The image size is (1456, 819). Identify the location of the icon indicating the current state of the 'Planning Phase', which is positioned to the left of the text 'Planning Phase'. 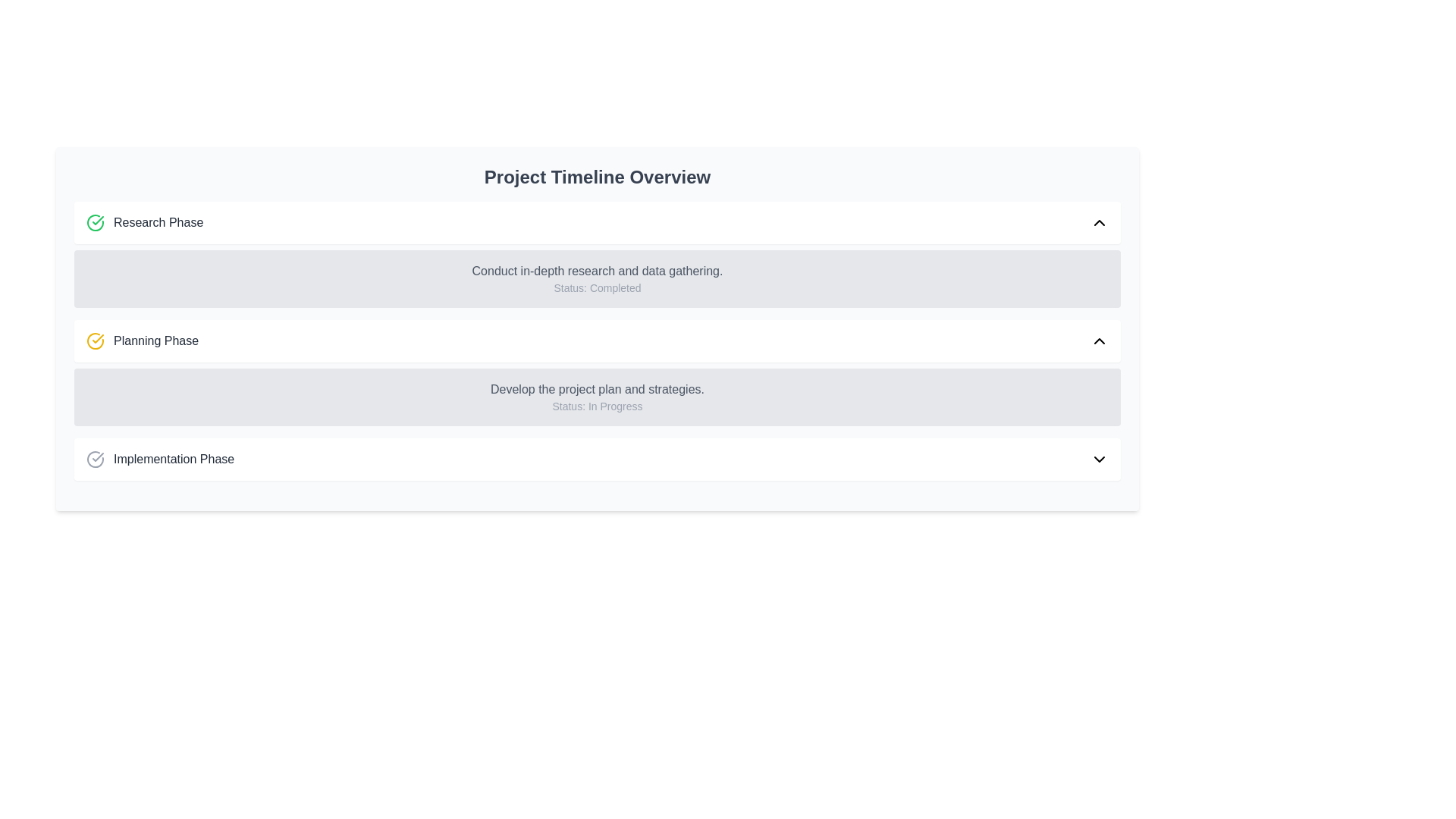
(94, 341).